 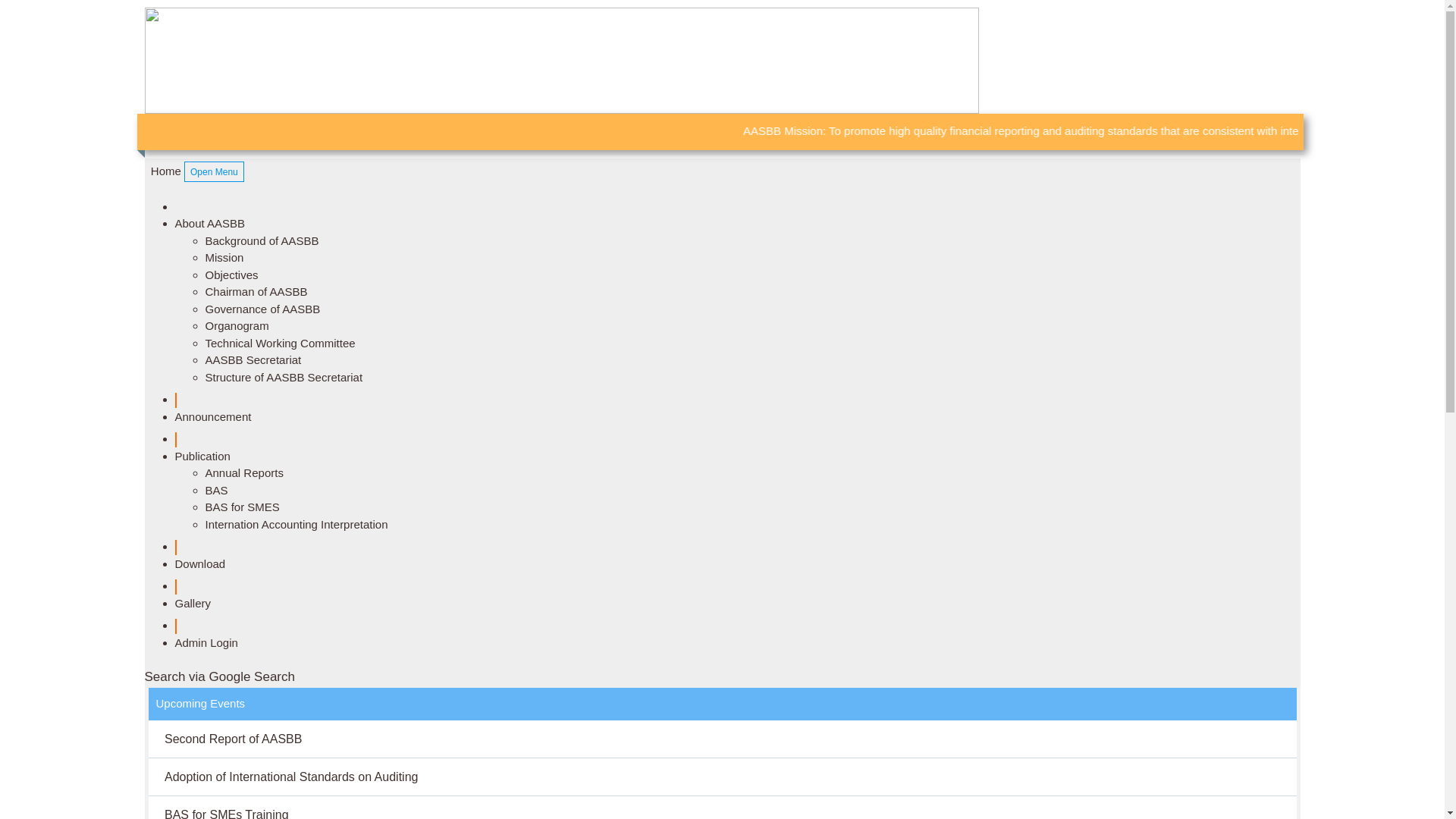 What do you see at coordinates (144, 676) in the screenshot?
I see `'Search via Google Search  '` at bounding box center [144, 676].